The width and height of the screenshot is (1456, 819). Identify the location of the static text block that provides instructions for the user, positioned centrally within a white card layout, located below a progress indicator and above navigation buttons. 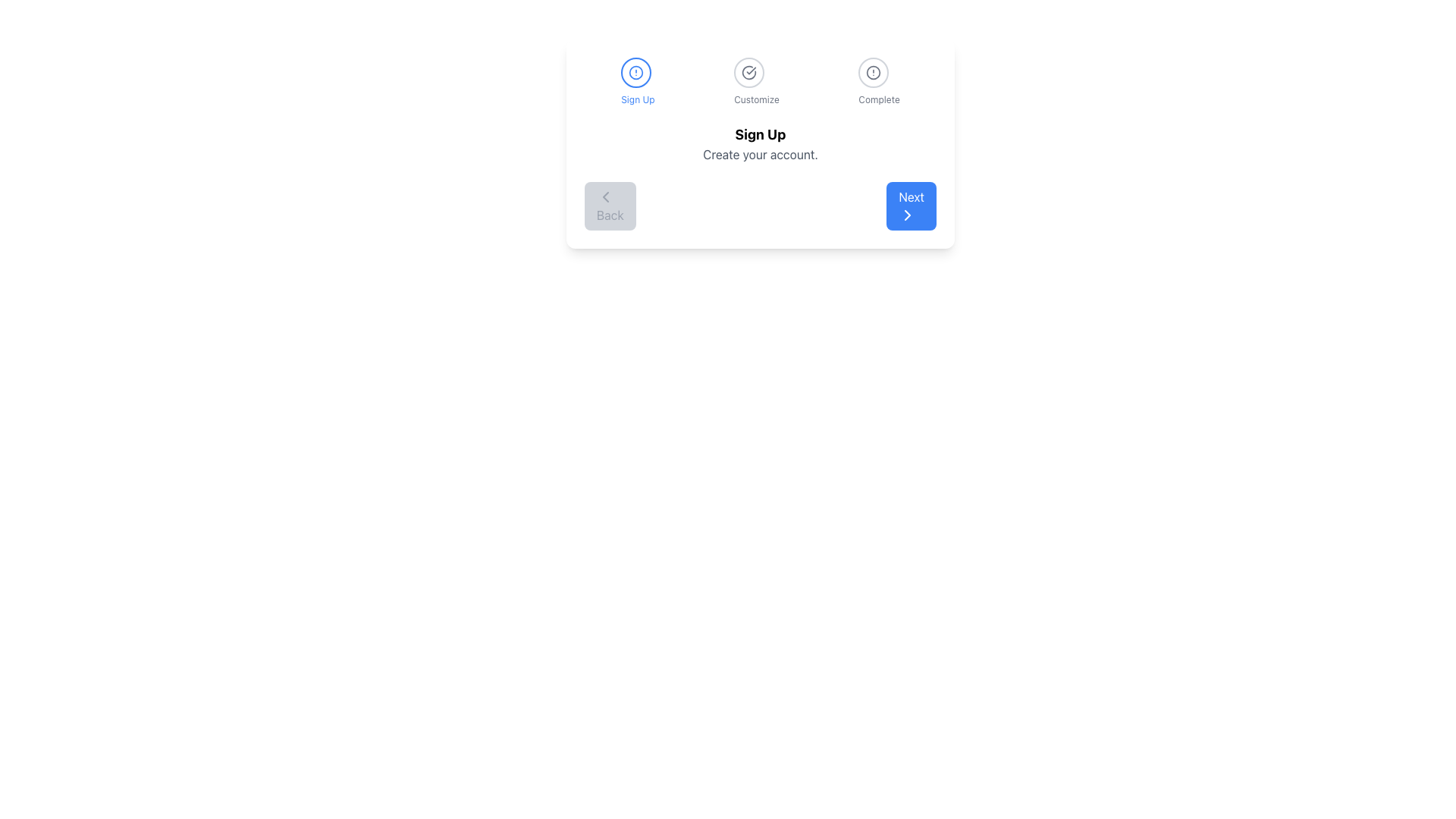
(761, 143).